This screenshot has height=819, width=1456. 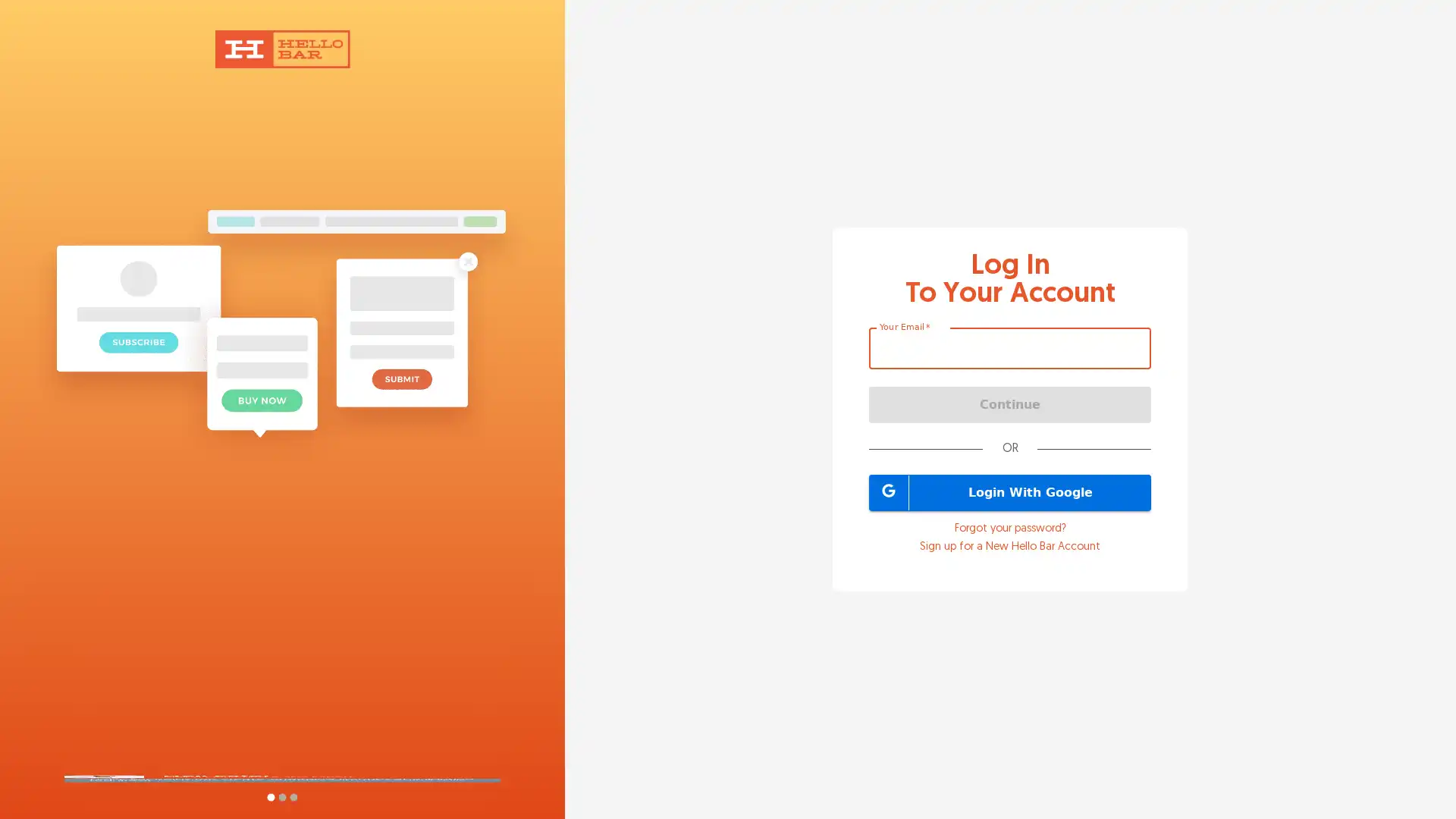 What do you see at coordinates (270, 796) in the screenshot?
I see `carousel indicator 1` at bounding box center [270, 796].